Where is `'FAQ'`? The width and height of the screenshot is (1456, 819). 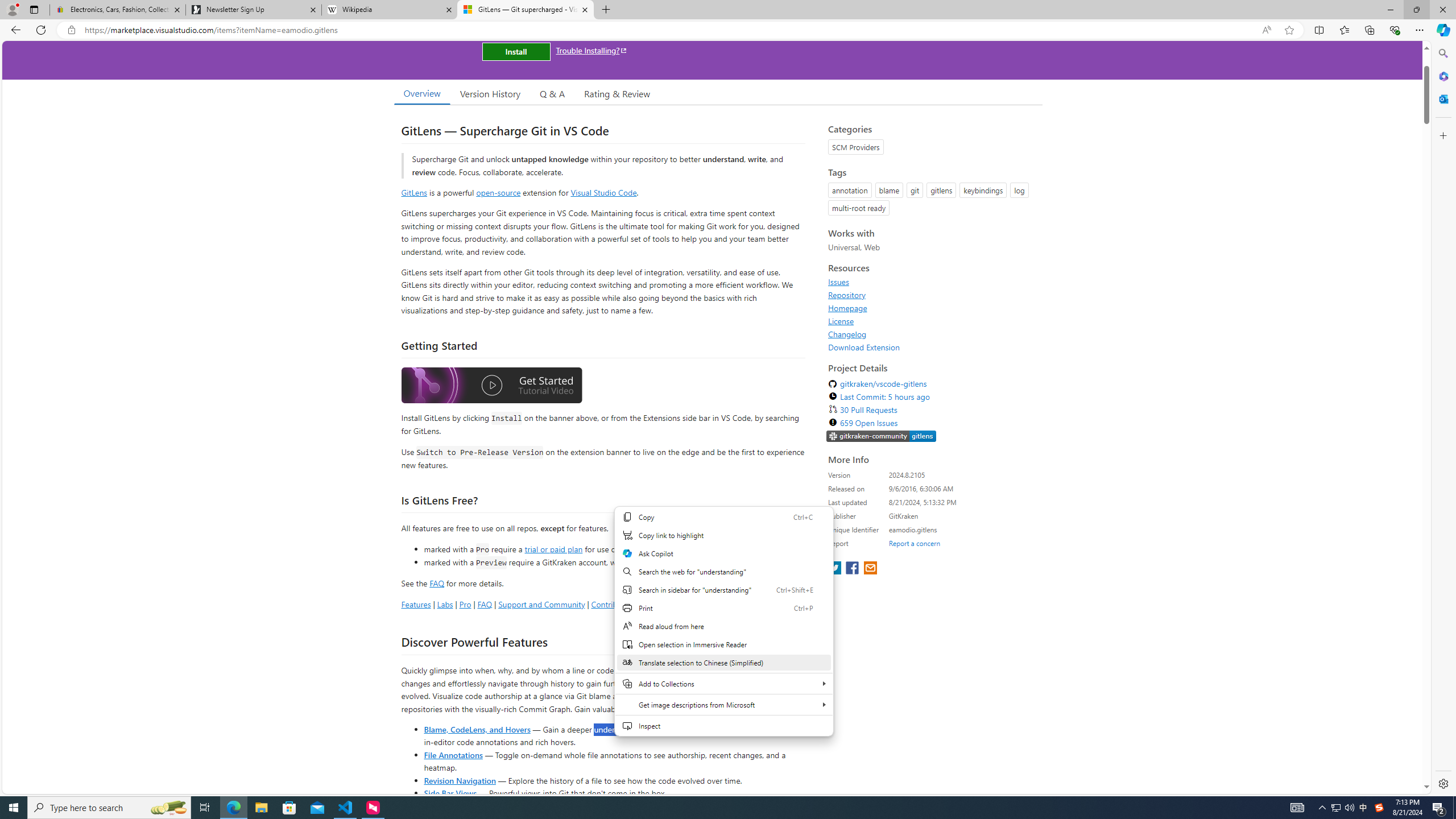 'FAQ' is located at coordinates (484, 603).